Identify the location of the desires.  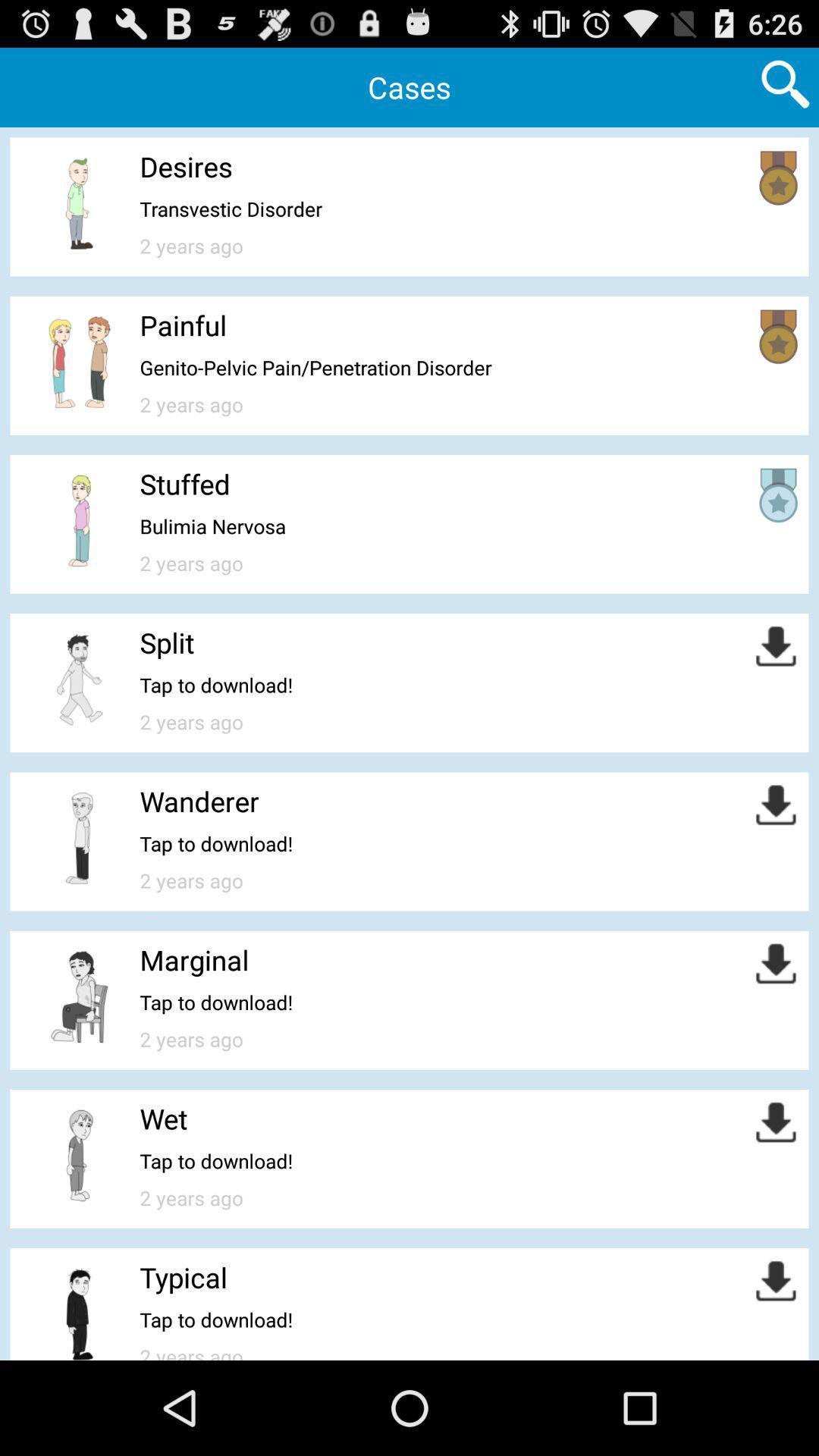
(185, 166).